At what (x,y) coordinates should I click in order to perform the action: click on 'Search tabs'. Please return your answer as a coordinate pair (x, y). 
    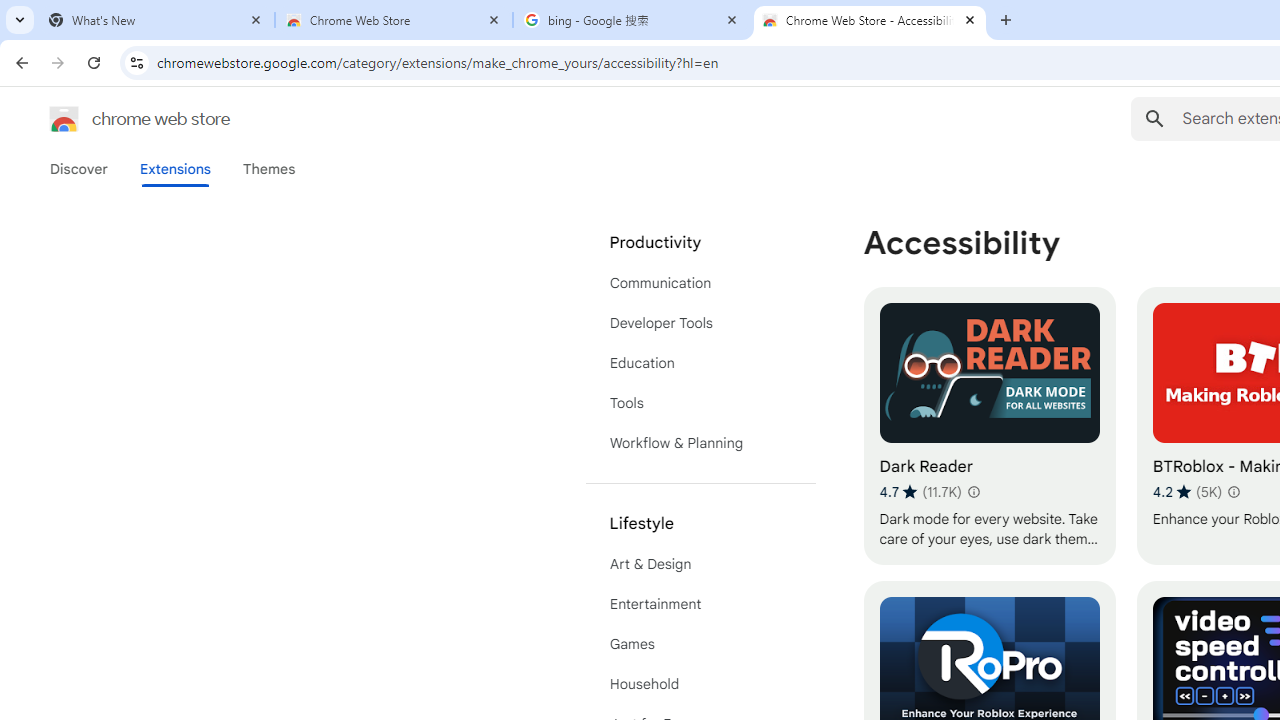
    Looking at the image, I should click on (20, 20).